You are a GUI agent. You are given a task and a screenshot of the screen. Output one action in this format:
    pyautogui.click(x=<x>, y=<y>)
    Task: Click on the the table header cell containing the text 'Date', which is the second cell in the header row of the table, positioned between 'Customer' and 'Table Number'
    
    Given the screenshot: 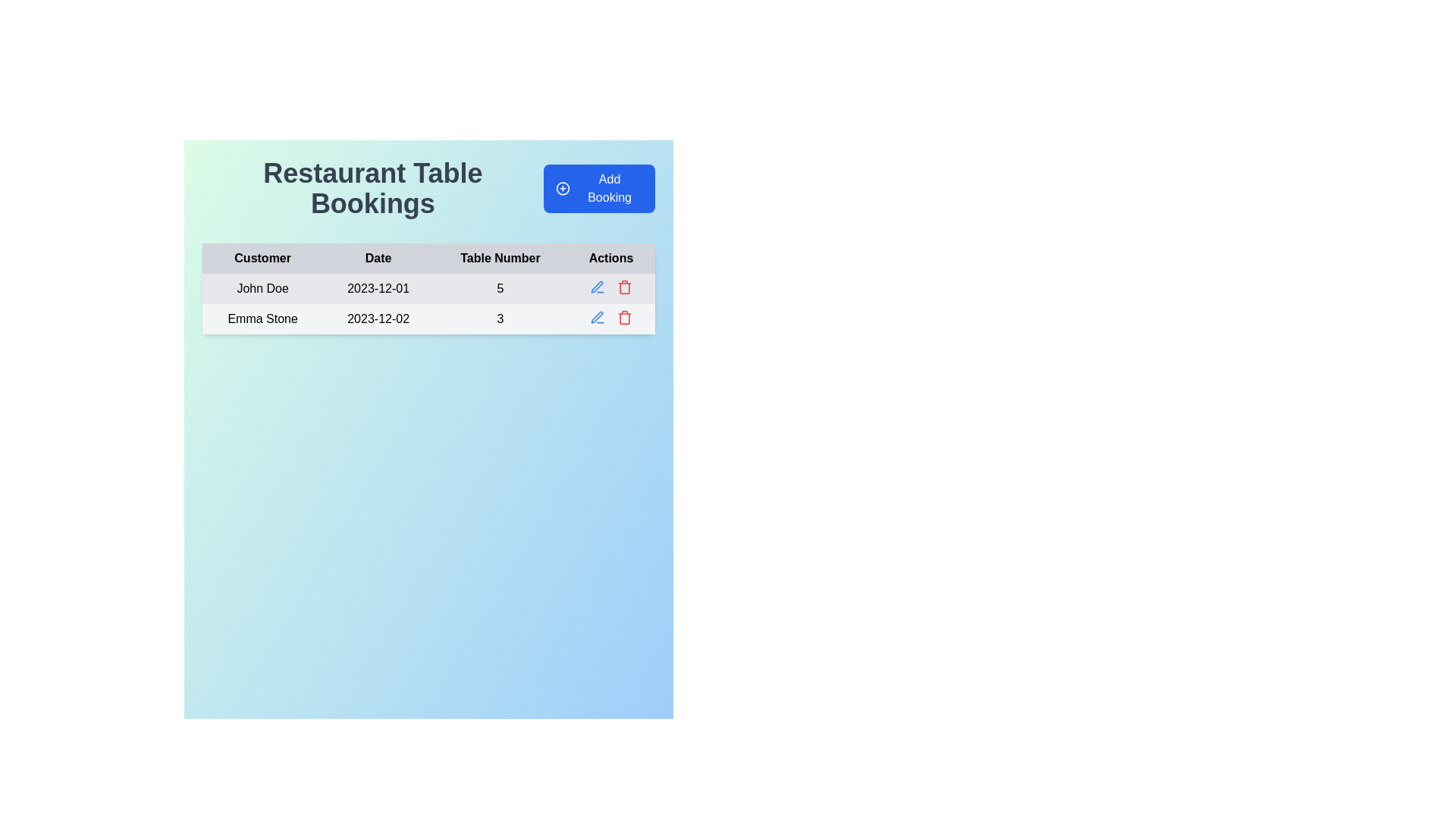 What is the action you would take?
    pyautogui.click(x=378, y=257)
    